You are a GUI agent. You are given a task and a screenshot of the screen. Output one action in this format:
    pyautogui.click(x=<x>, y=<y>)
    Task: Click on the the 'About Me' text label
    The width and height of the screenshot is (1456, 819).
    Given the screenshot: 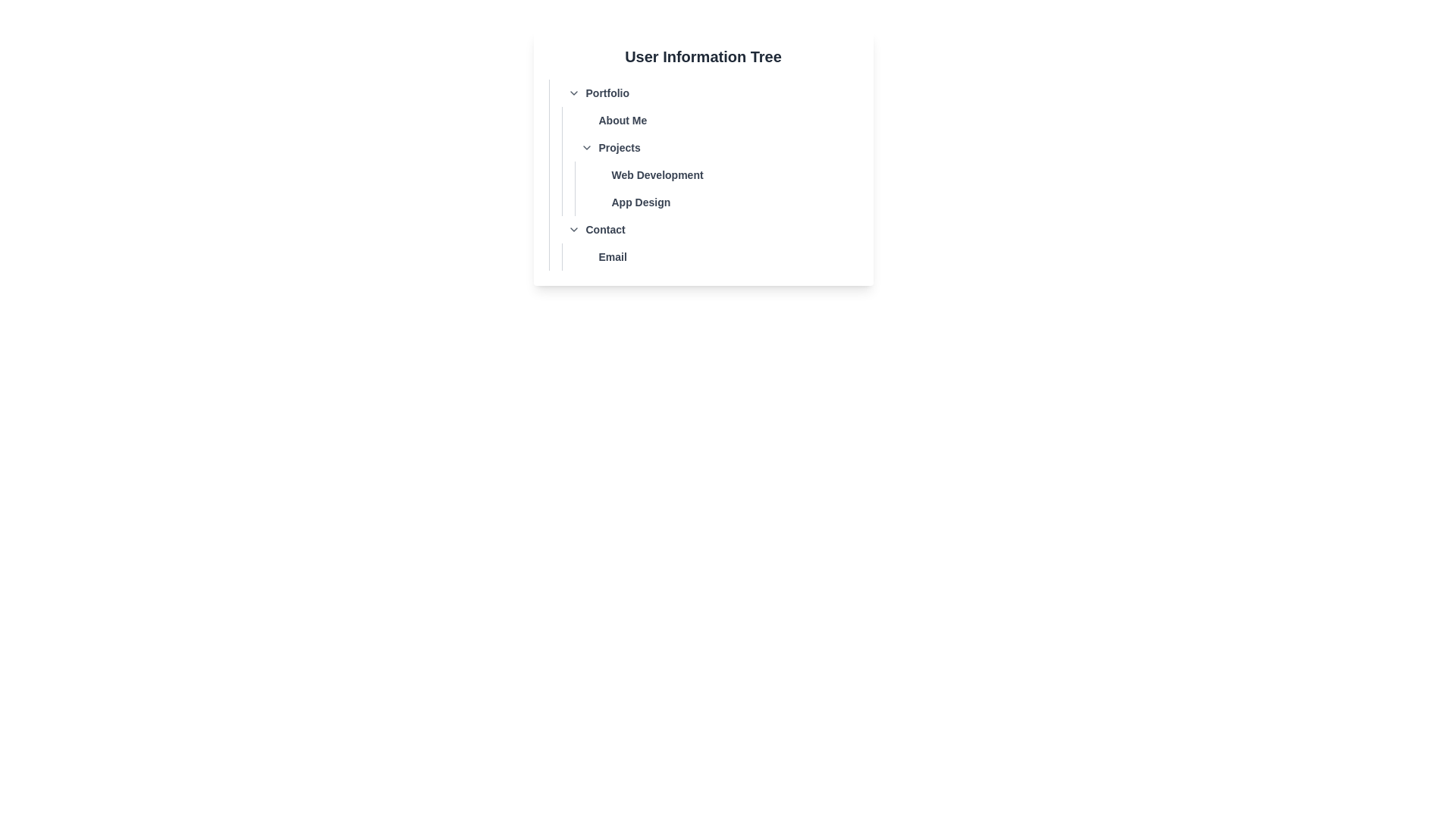 What is the action you would take?
    pyautogui.click(x=623, y=119)
    